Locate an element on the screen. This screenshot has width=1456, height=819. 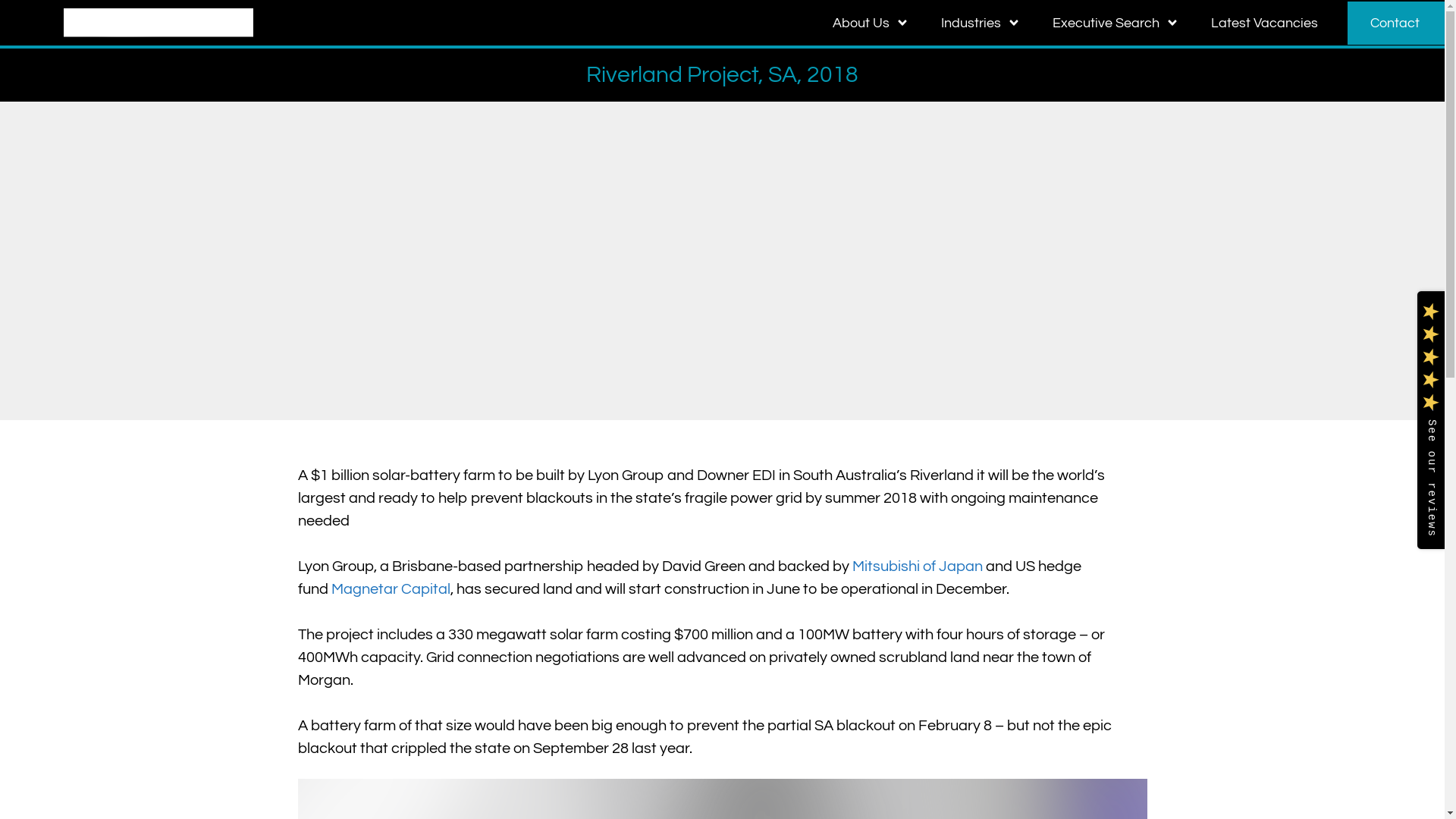
'Executive Search' is located at coordinates (1106, 22).